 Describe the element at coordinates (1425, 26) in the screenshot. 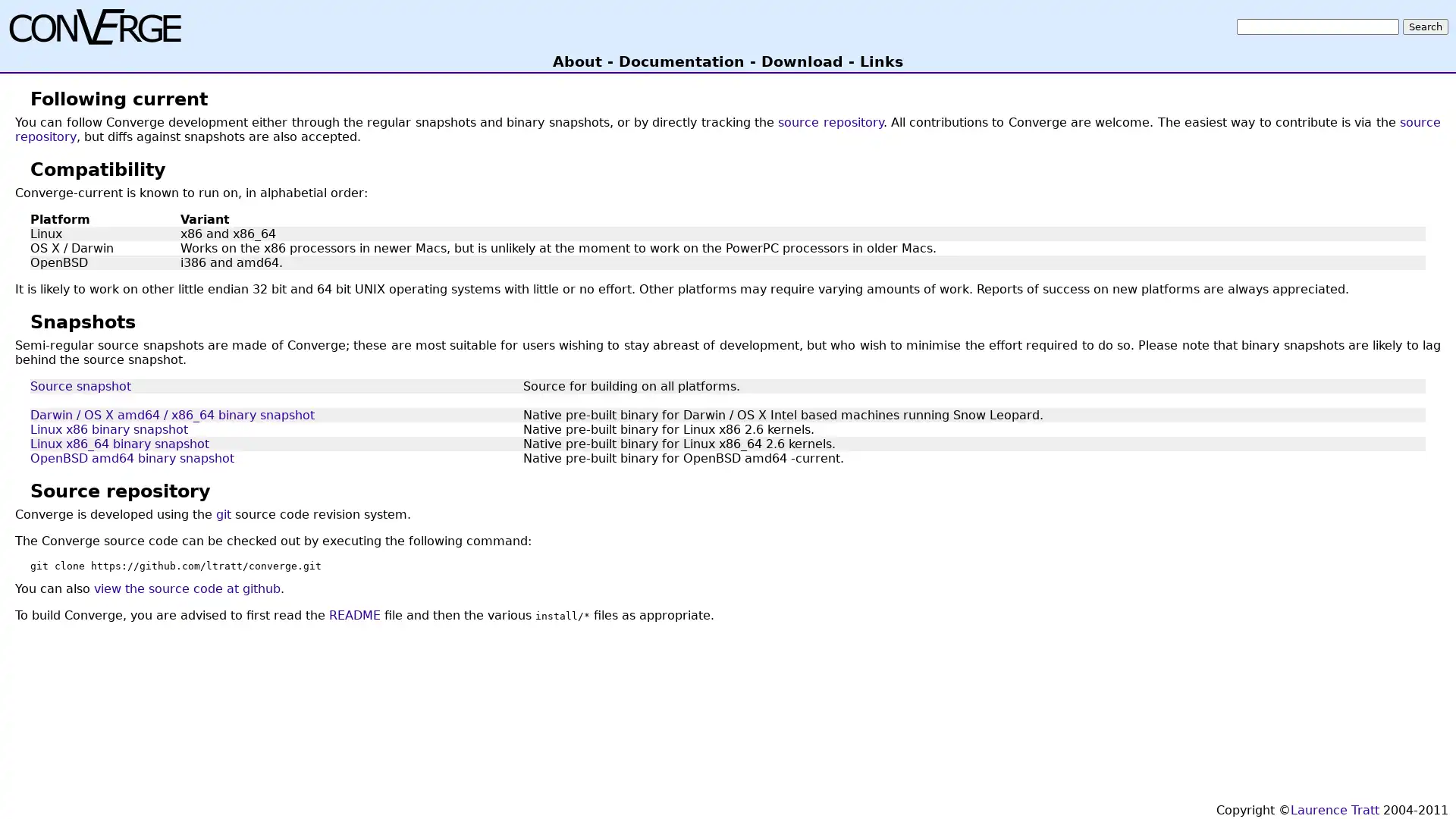

I see `Search` at that location.